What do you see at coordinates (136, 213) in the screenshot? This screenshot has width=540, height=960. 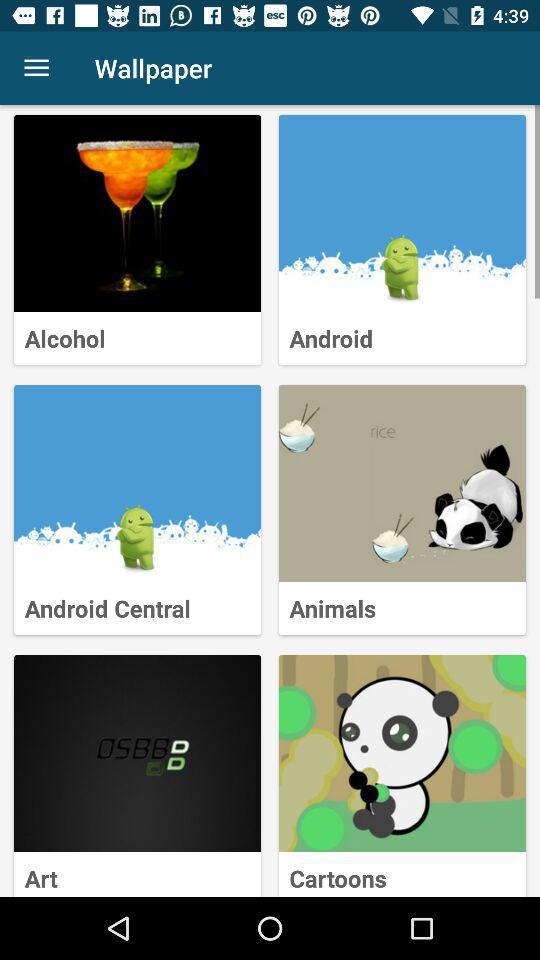 I see `an alcohol wallpaper` at bounding box center [136, 213].